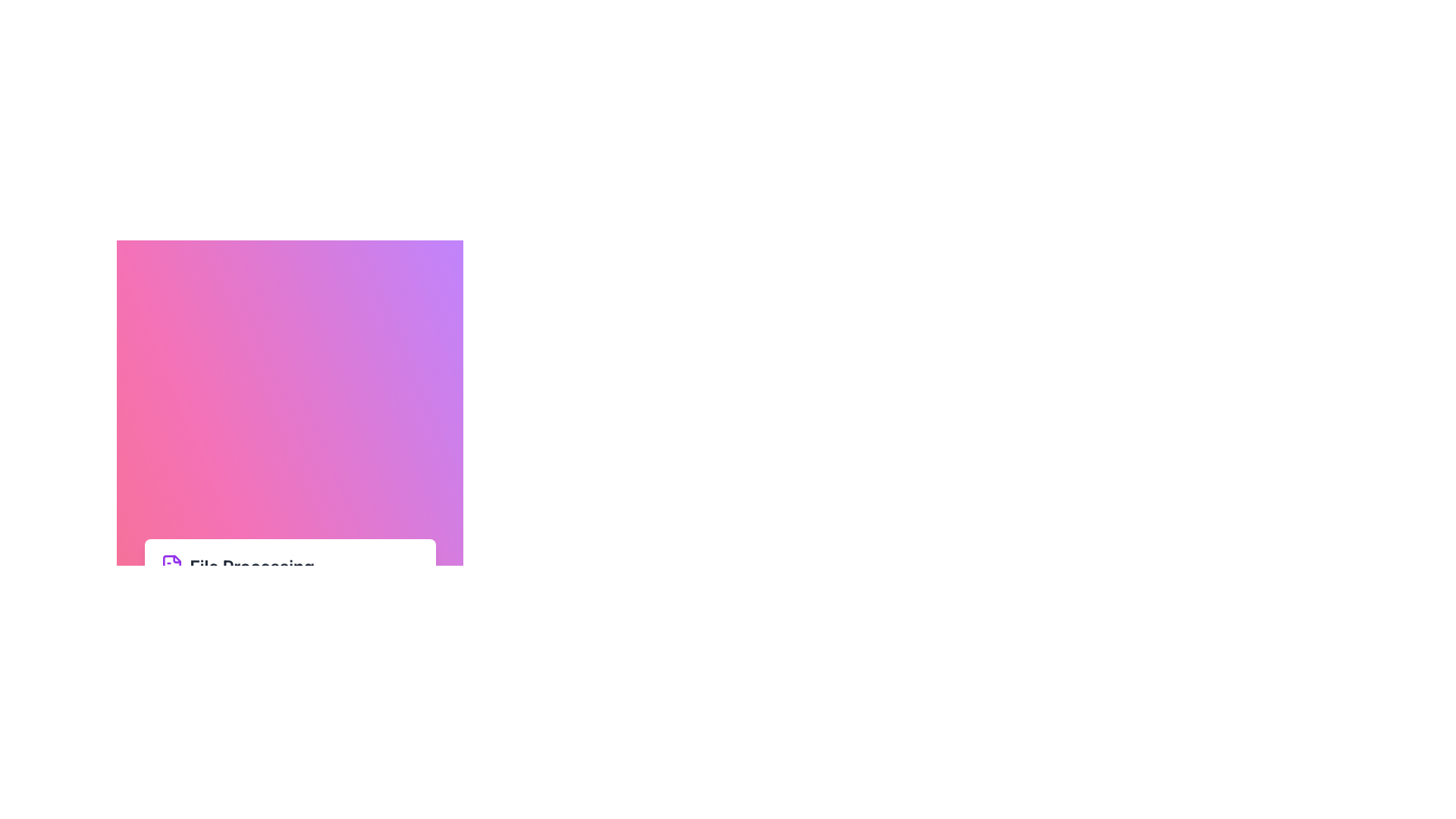  What do you see at coordinates (171, 566) in the screenshot?
I see `the file icon that symbolizes file-related functionality, located to the left of the text 'File Processing'` at bounding box center [171, 566].